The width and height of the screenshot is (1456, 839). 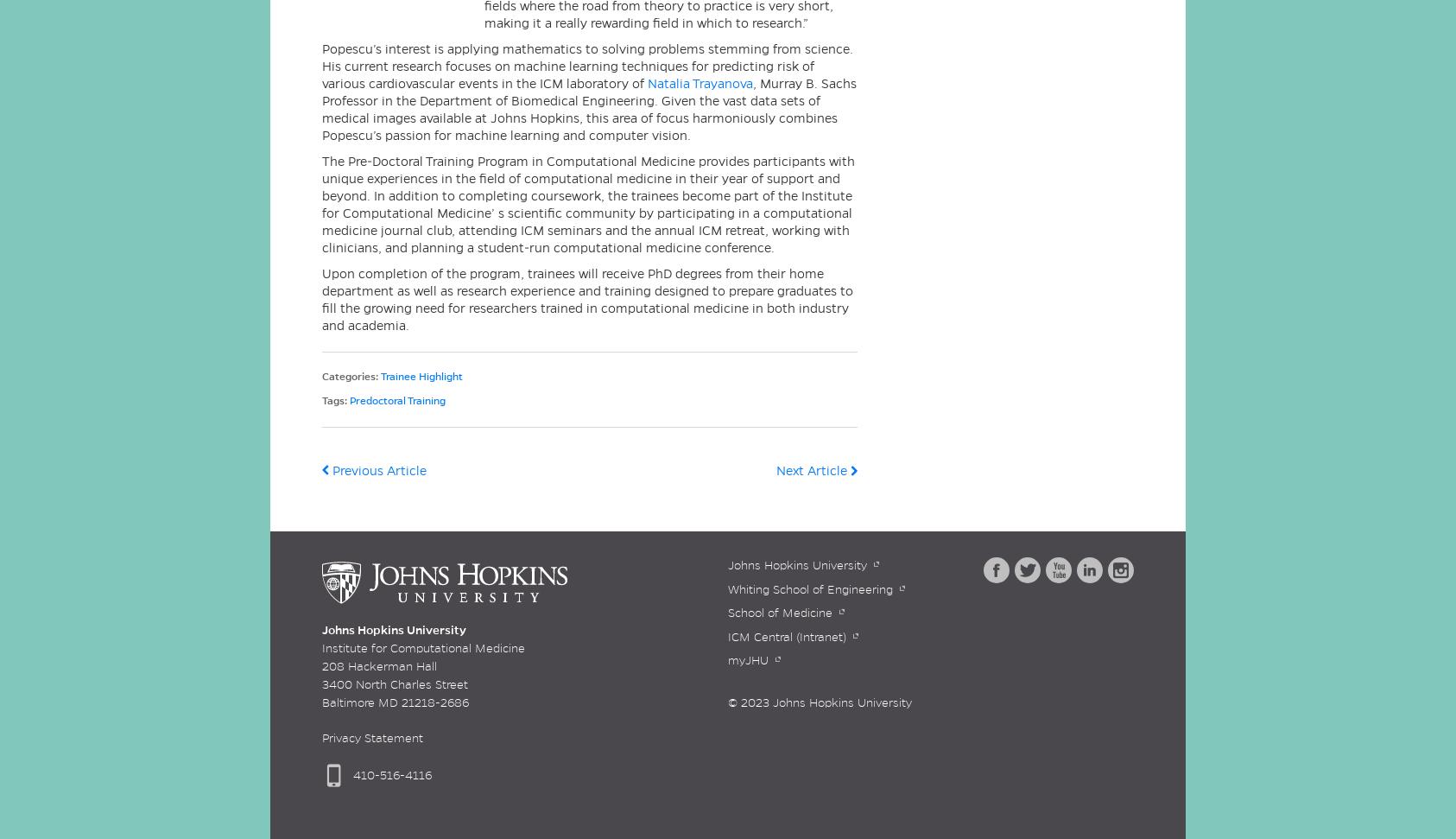 What do you see at coordinates (728, 635) in the screenshot?
I see `'ICM Central (Intranet)'` at bounding box center [728, 635].